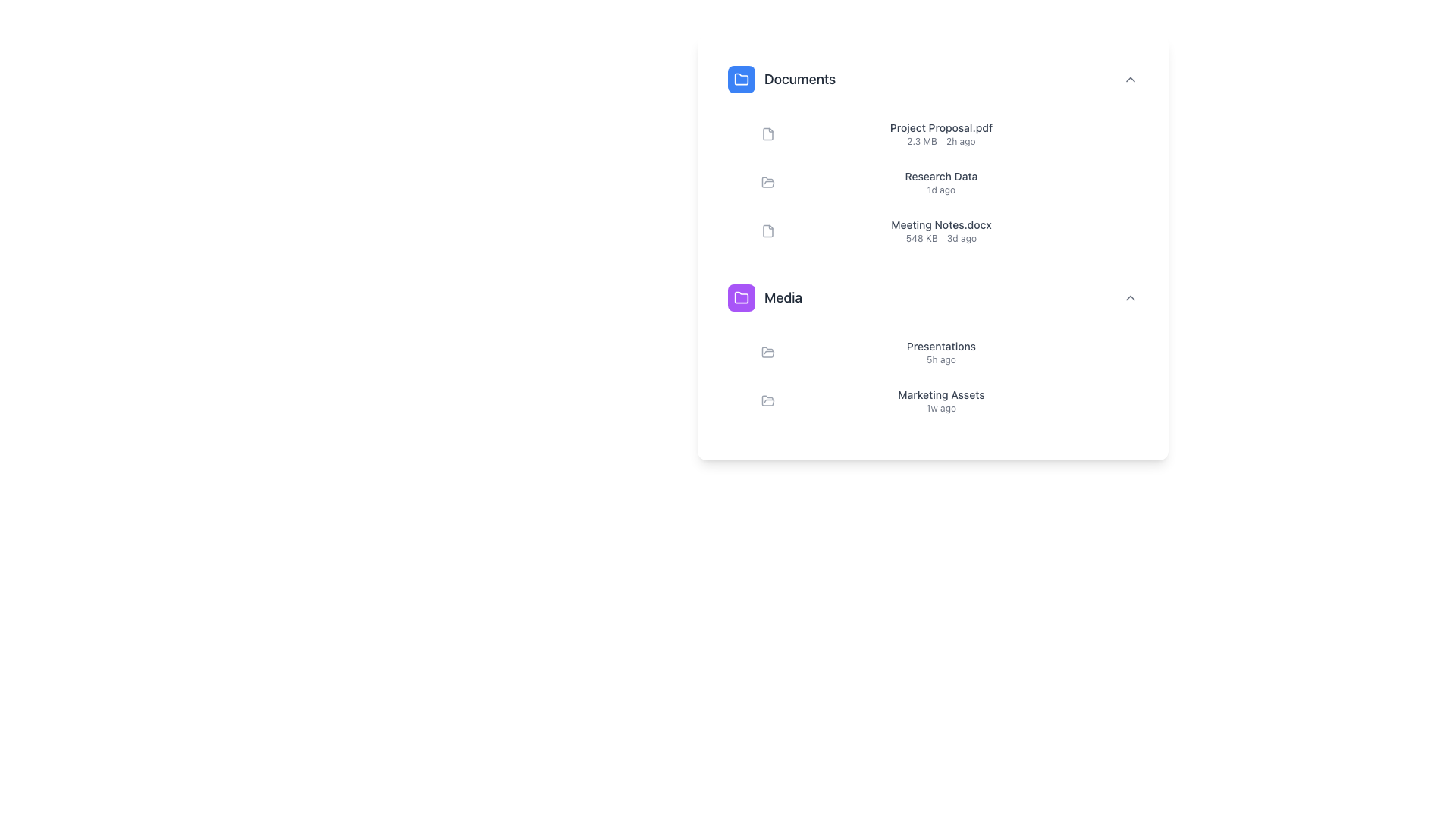  I want to click on to select the list item labeled 'Research Data' located in the 'Documents' section, which displays two lines of text and a folder icon, so click(950, 181).